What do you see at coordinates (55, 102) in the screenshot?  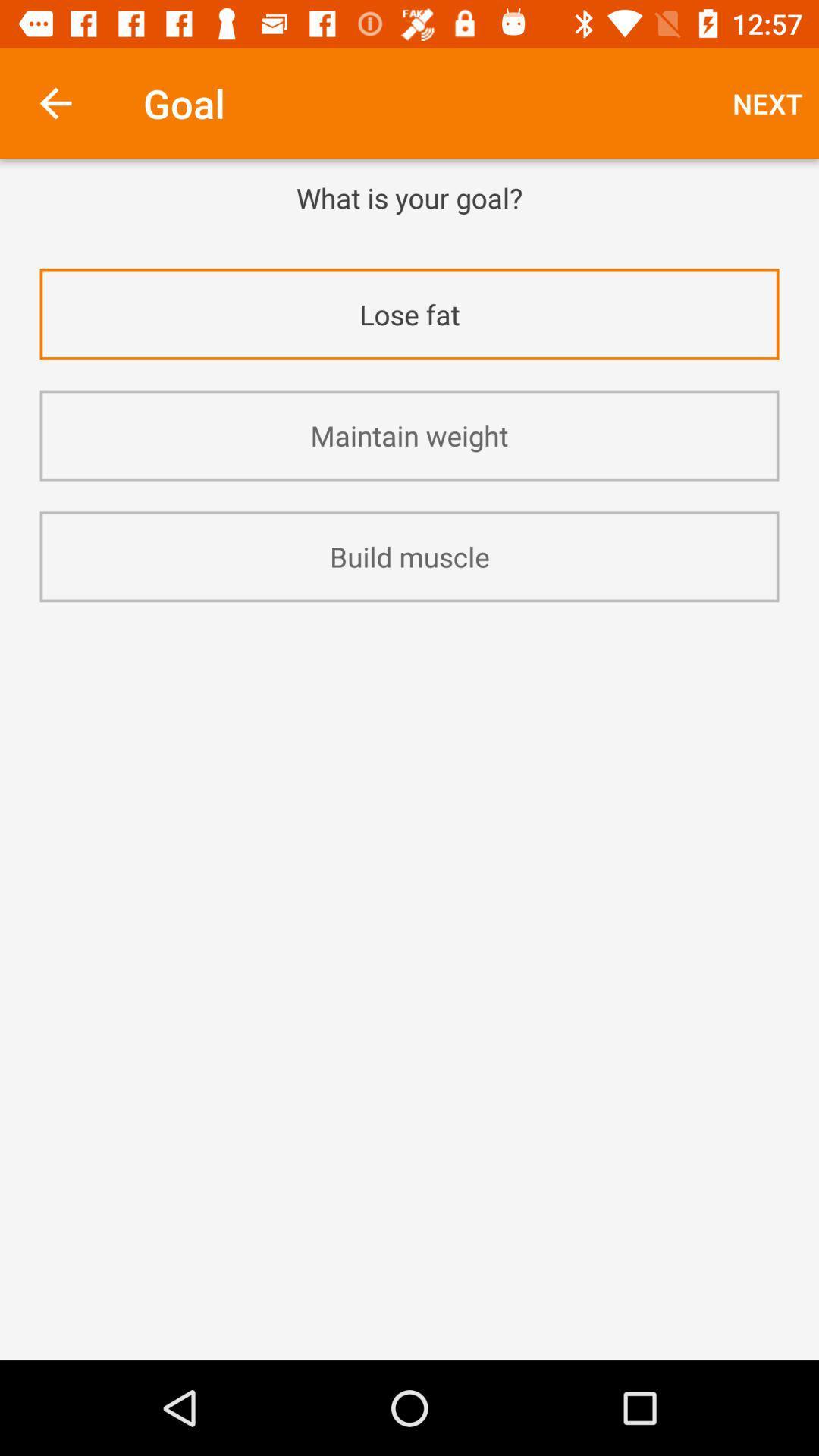 I see `the icon to the left of the goal icon` at bounding box center [55, 102].